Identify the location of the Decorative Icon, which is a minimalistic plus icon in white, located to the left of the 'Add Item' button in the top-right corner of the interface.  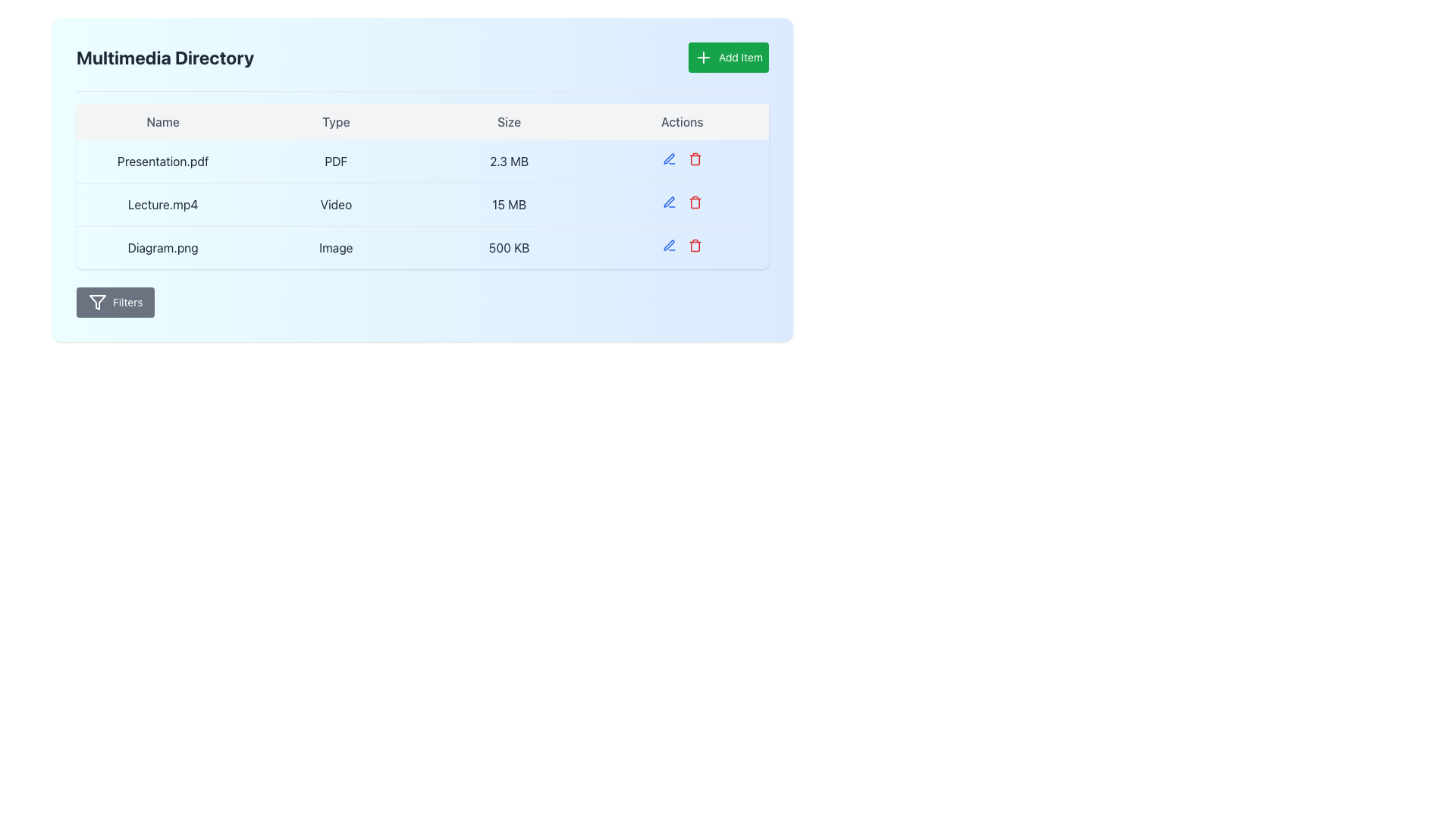
(703, 57).